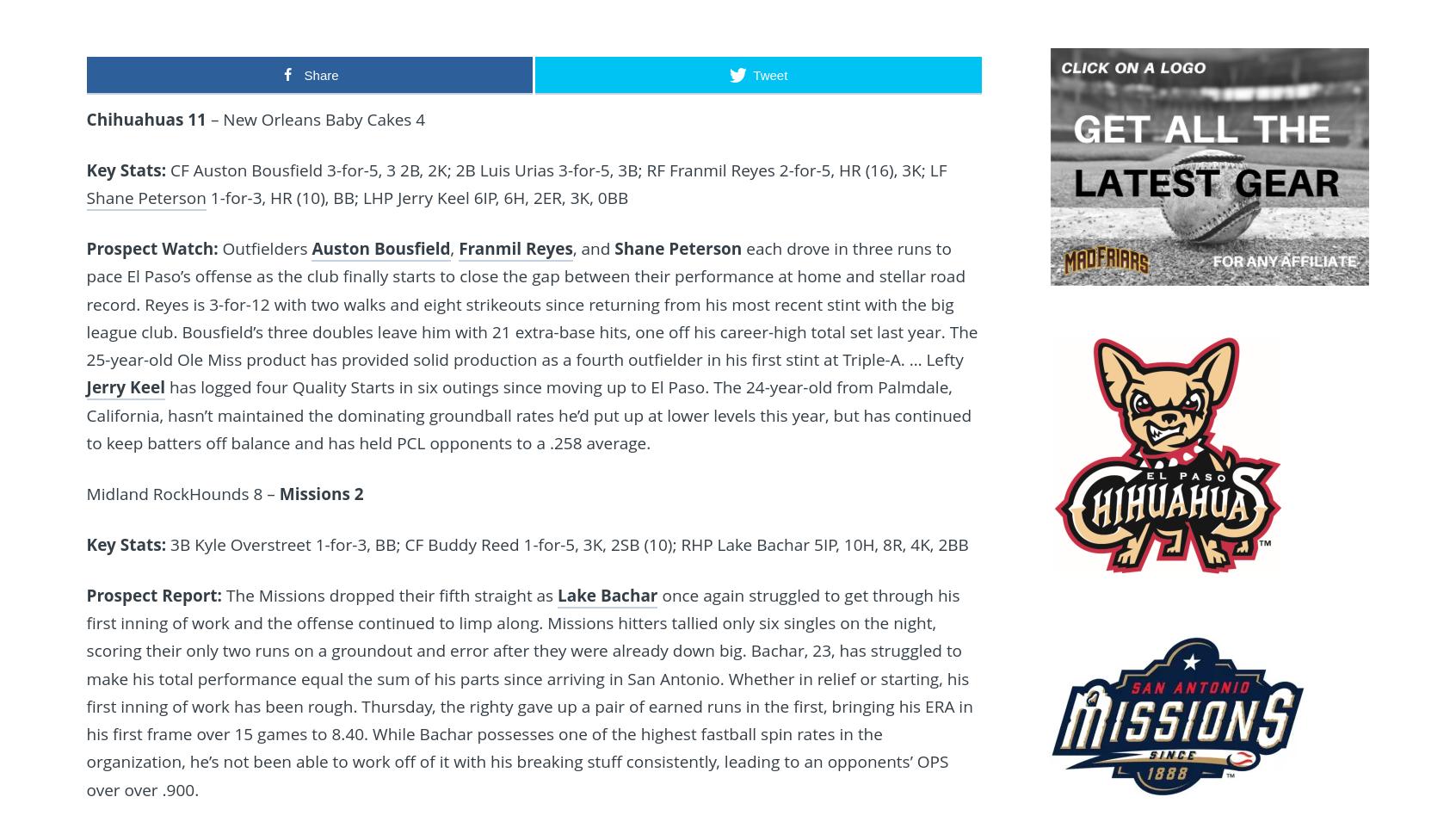 The height and width of the screenshot is (834, 1456). Describe the element at coordinates (182, 492) in the screenshot. I see `'Midland RockHounds 8 –'` at that location.